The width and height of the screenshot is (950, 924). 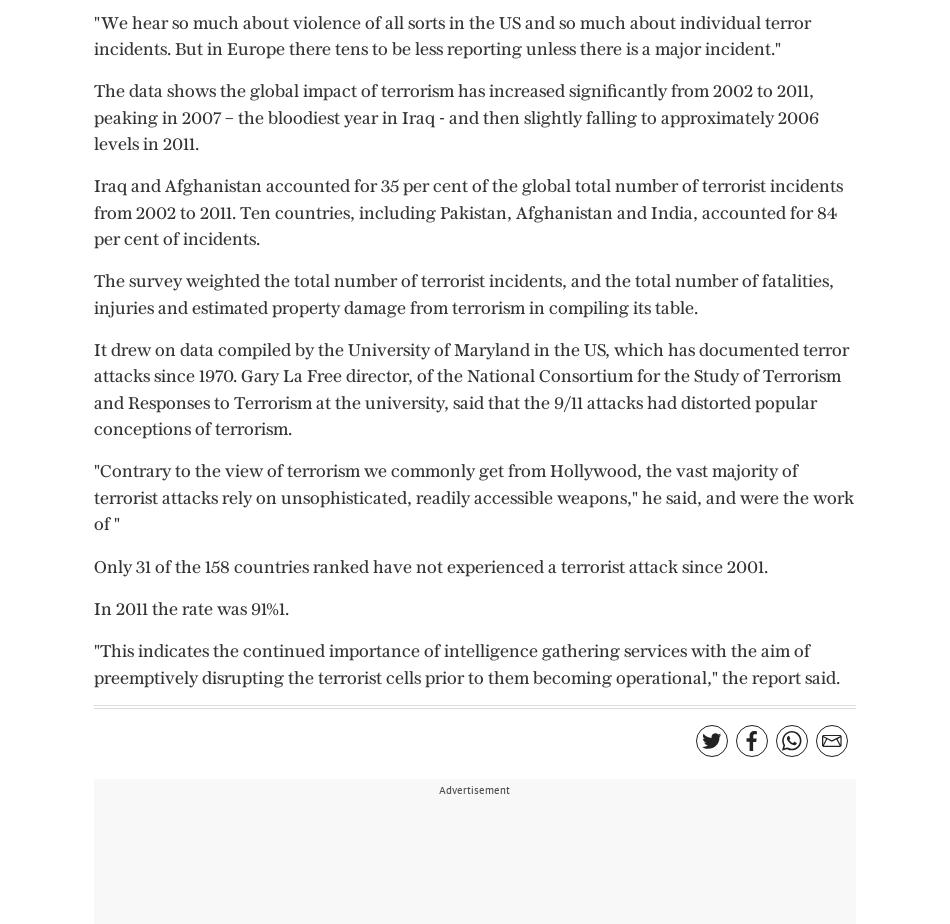 What do you see at coordinates (357, 133) in the screenshot?
I see `'Wine Cellar'` at bounding box center [357, 133].